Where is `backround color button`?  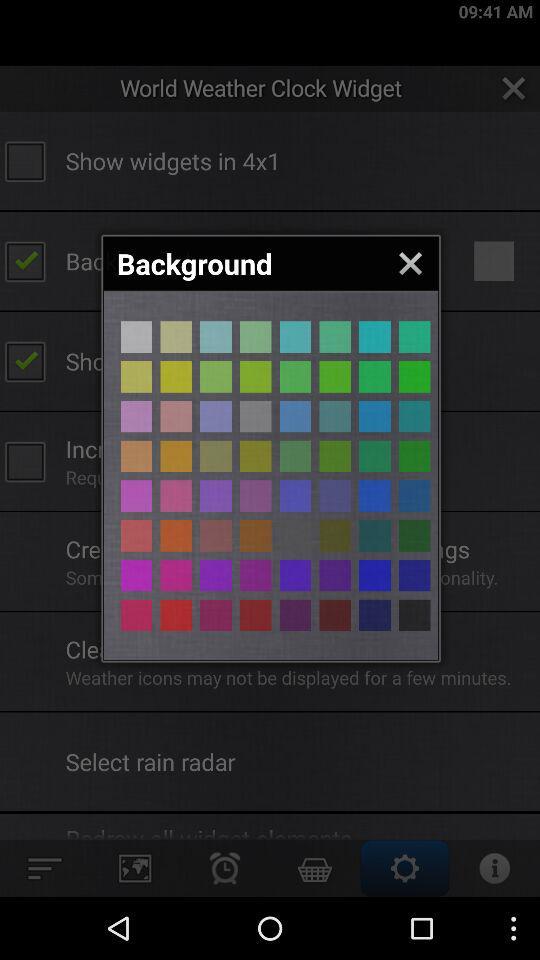
backround color button is located at coordinates (255, 614).